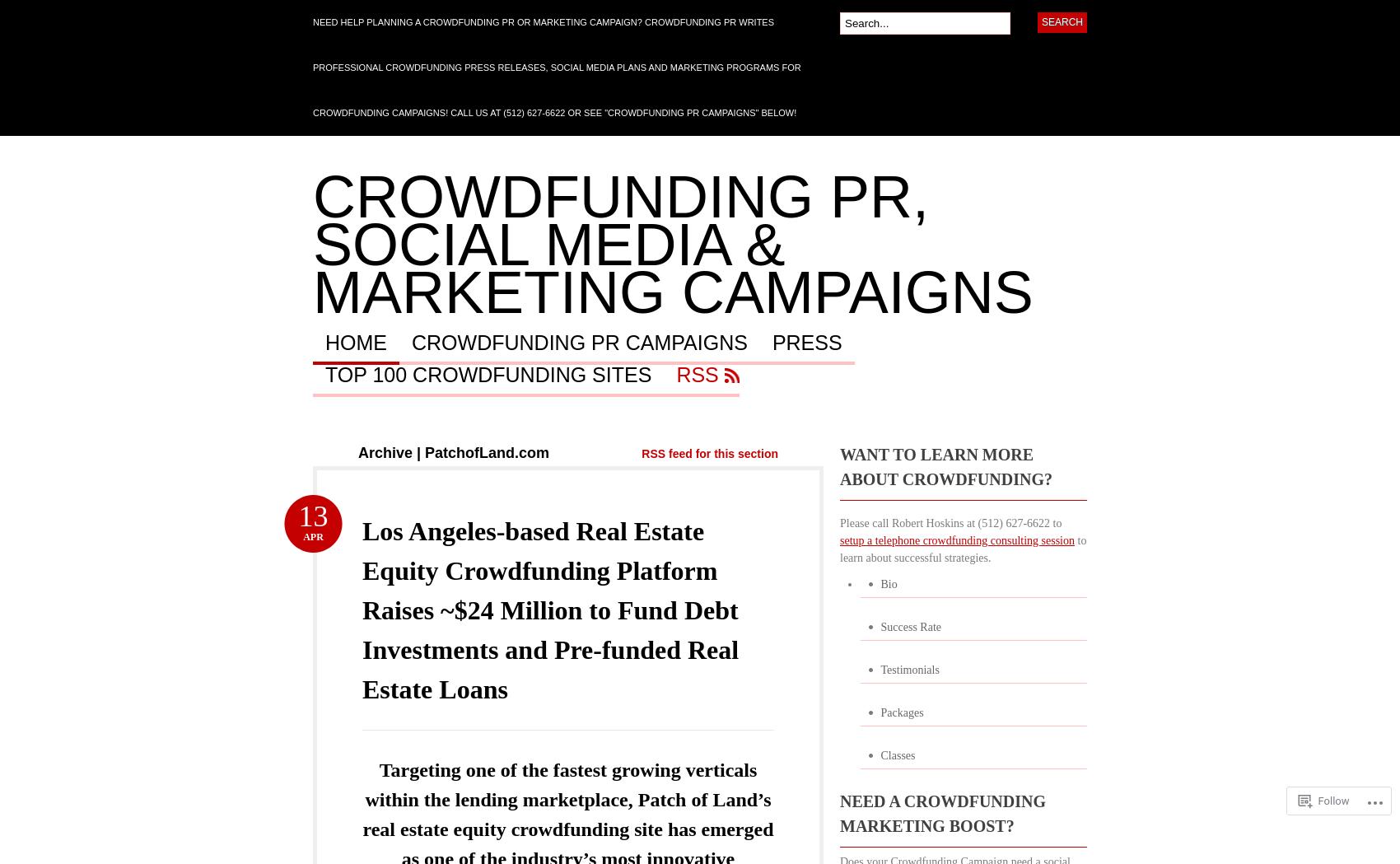  Describe the element at coordinates (556, 67) in the screenshot. I see `'Need help planning a Crowdfunding PR or marketing campaign? Crowdfunding PR writes professional Crowdfunding press releases, social media plans and marketing programs for Crowdfunding Campaigns! Call us at (512) 627-6622 or see "Crowdfunding PR Campaigns" below!'` at that location.